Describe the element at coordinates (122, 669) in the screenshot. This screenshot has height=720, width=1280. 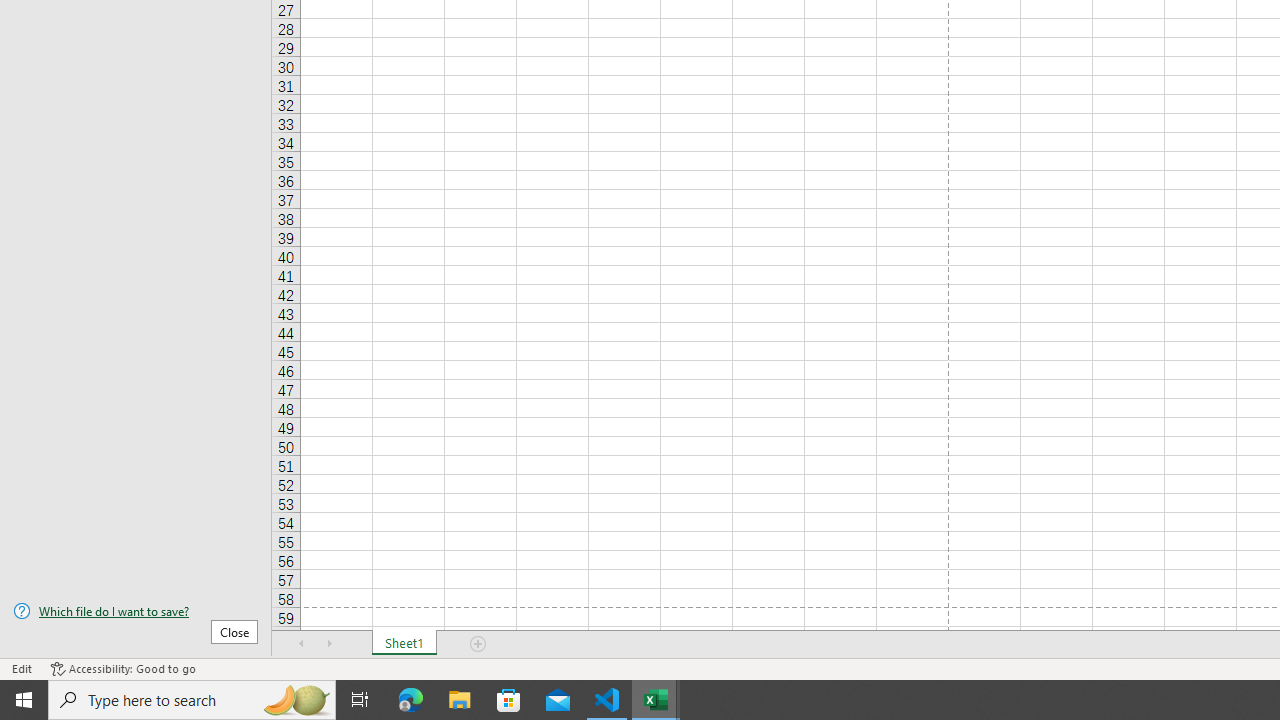
I see `'Accessibility Checker Accessibility: Good to go'` at that location.